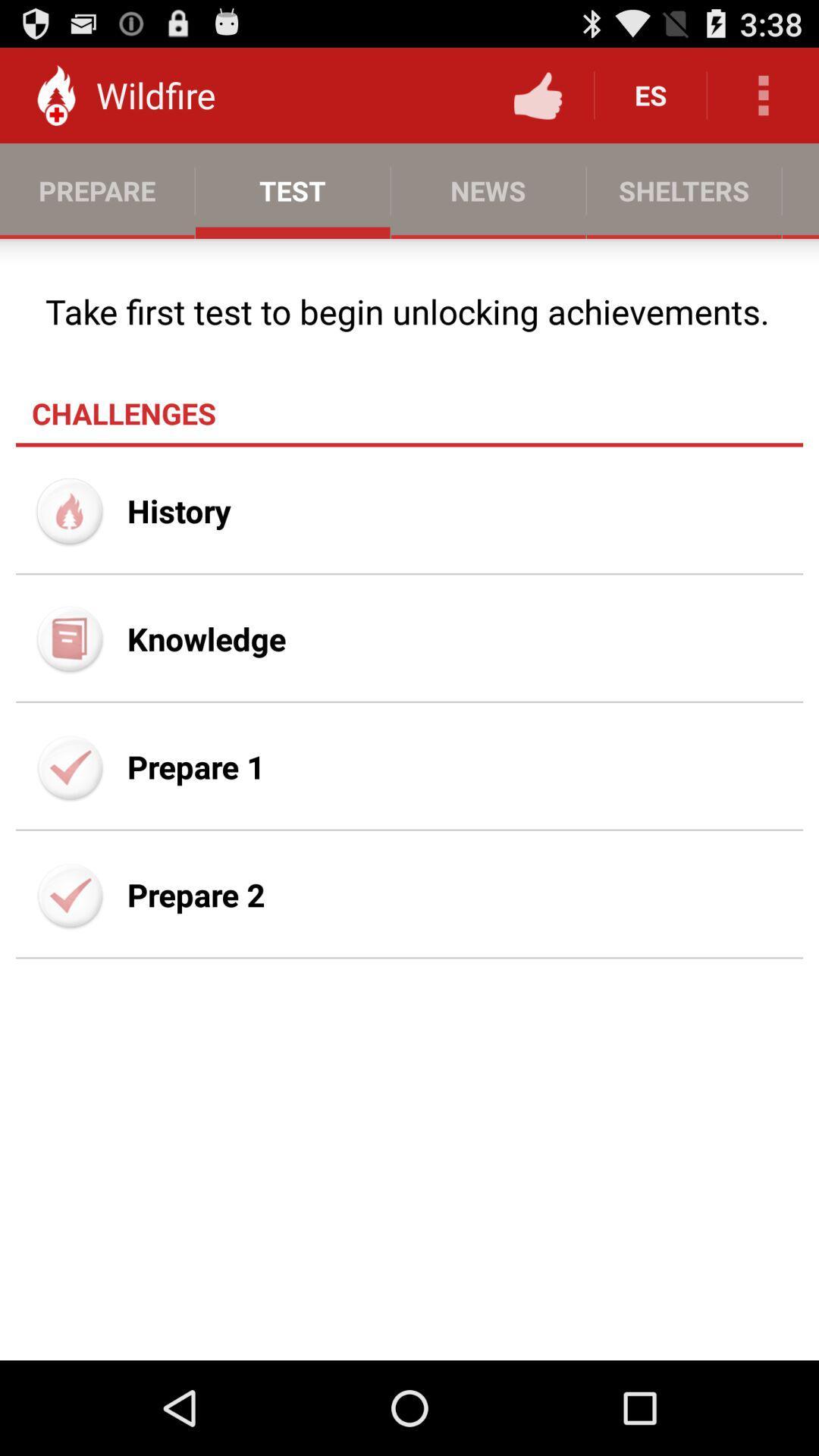 Image resolution: width=819 pixels, height=1456 pixels. What do you see at coordinates (763, 94) in the screenshot?
I see `the item to the right of es` at bounding box center [763, 94].